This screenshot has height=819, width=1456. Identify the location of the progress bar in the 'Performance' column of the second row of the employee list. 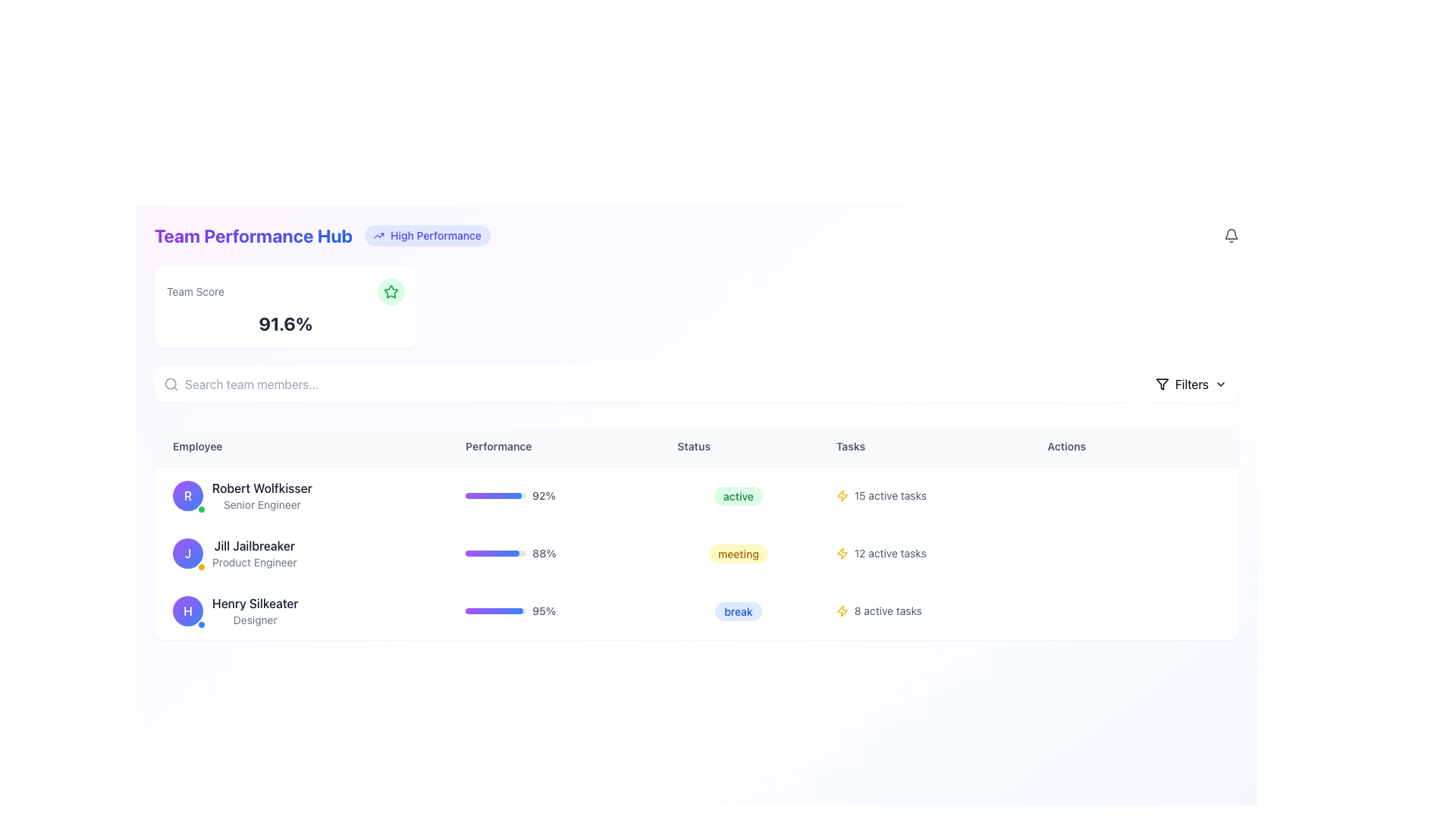
(496, 553).